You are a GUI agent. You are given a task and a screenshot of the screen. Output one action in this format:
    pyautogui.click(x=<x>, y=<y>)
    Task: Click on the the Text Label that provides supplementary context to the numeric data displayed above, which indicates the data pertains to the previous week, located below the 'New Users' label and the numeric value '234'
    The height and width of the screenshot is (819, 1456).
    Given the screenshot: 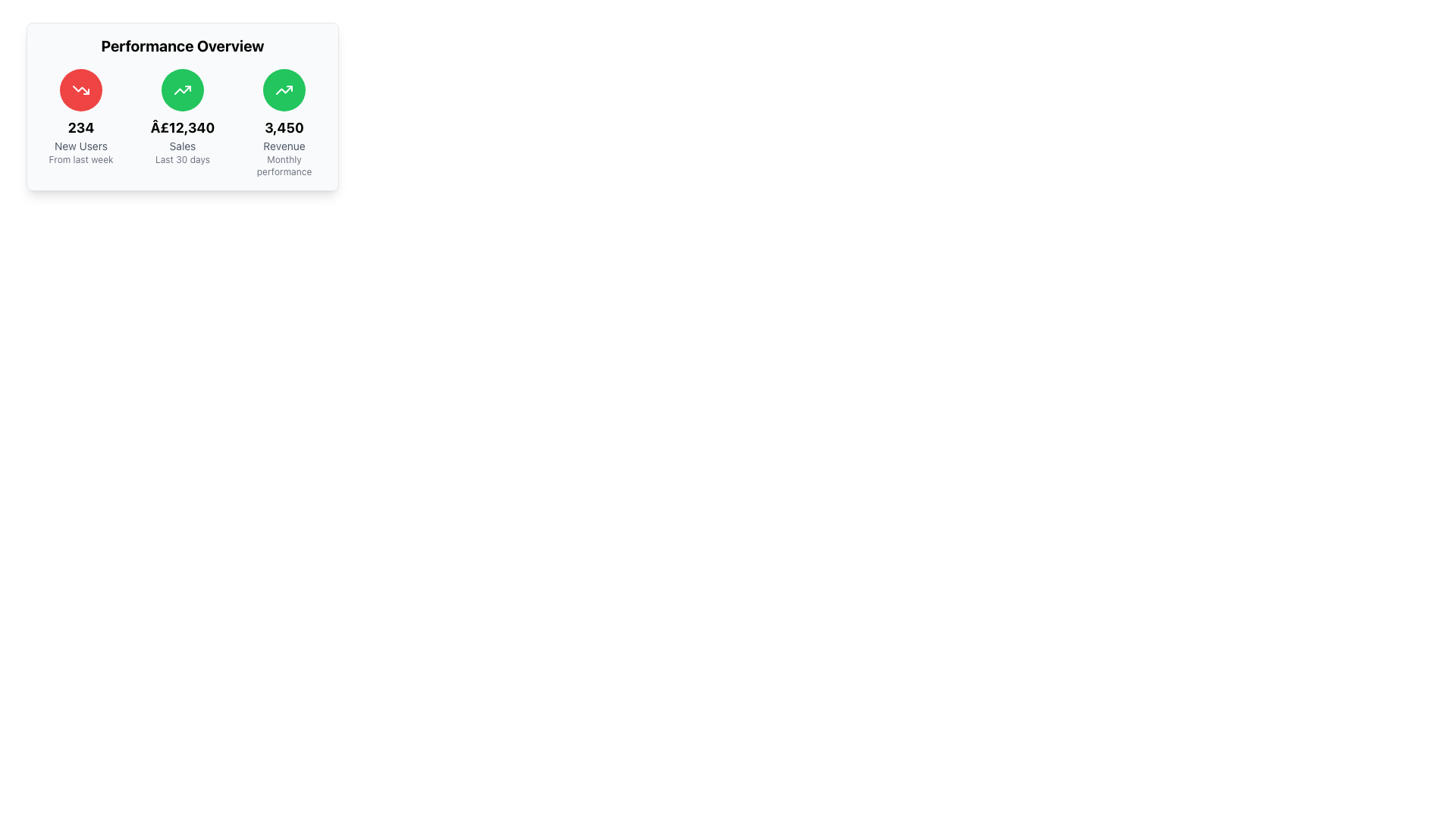 What is the action you would take?
    pyautogui.click(x=80, y=160)
    